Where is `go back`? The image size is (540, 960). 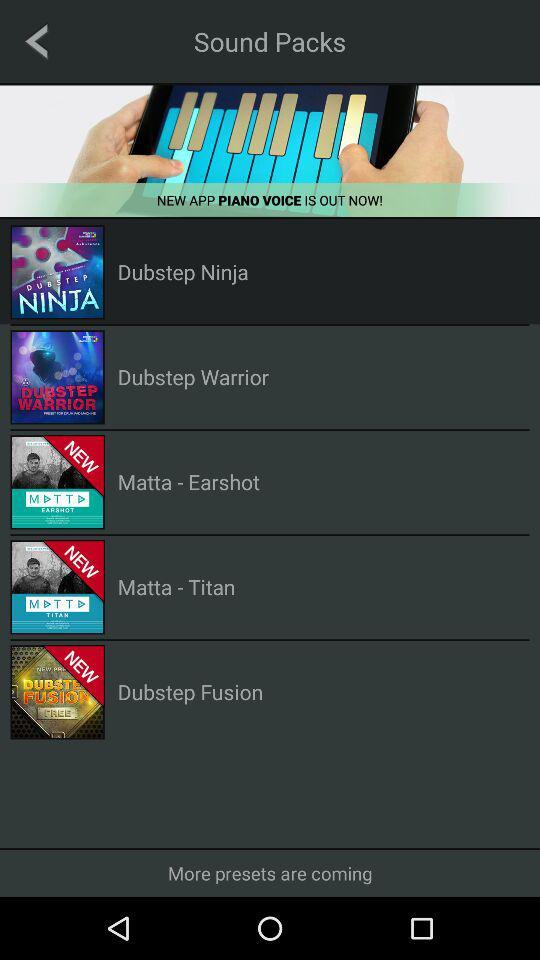 go back is located at coordinates (36, 40).